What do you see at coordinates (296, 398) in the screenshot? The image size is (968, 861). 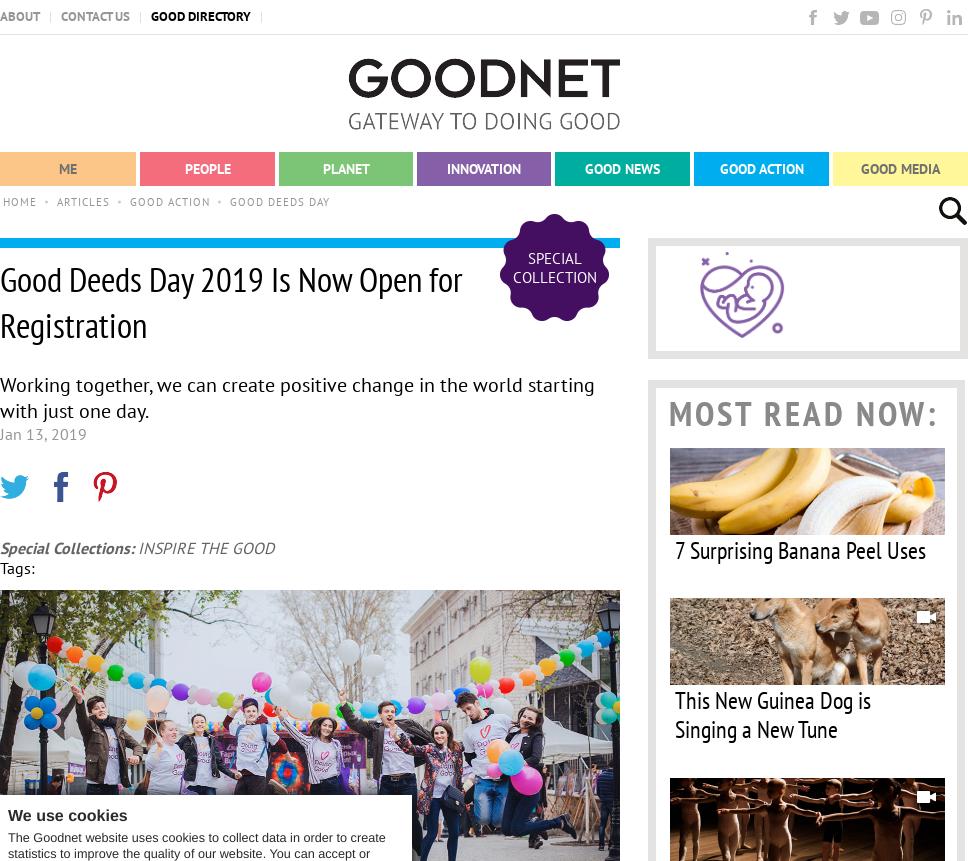 I see `'Working together, we can create positive change in the world starting with just one day.'` at bounding box center [296, 398].